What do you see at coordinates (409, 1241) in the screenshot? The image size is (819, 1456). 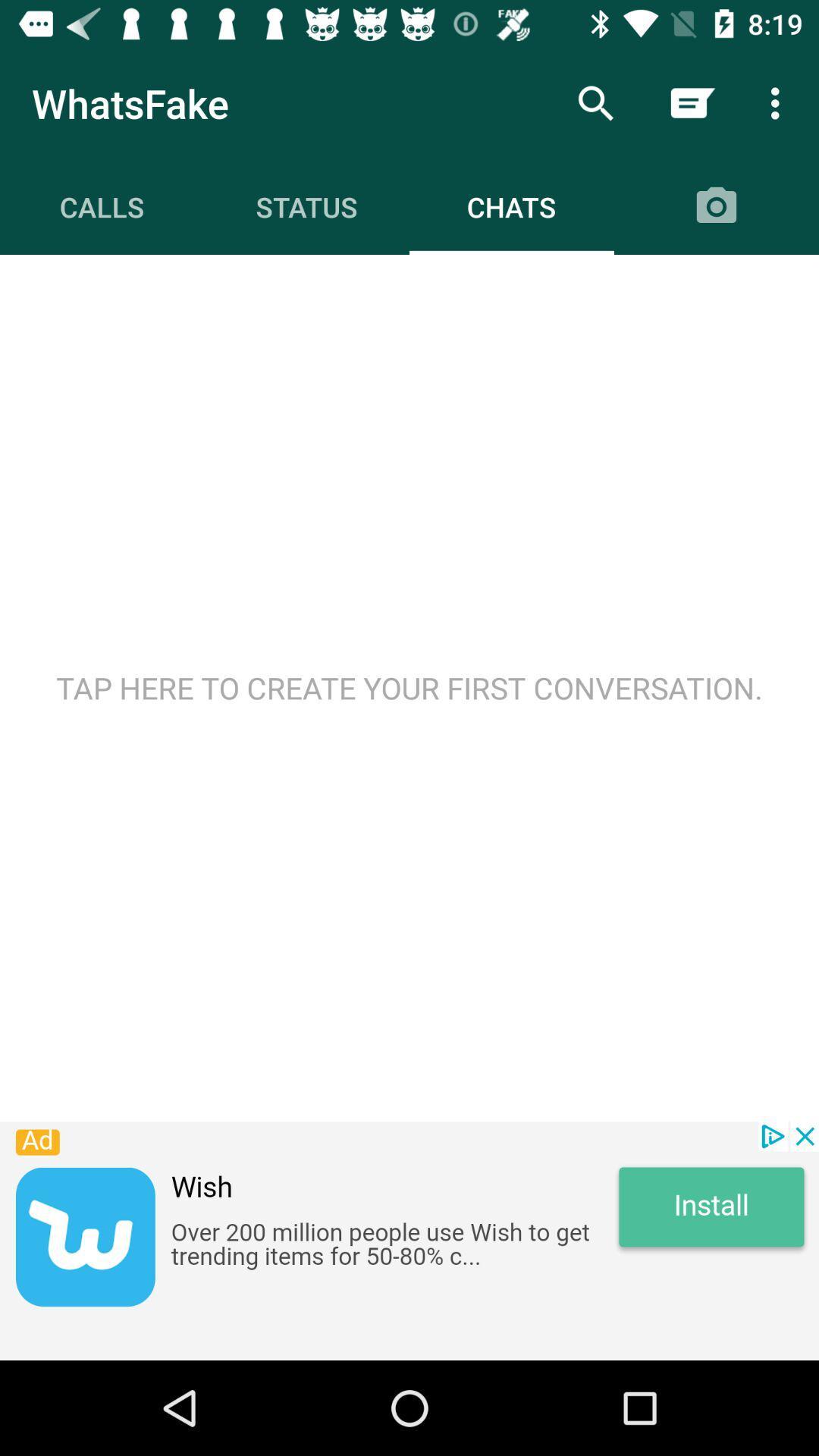 I see `banner of advertiser` at bounding box center [409, 1241].